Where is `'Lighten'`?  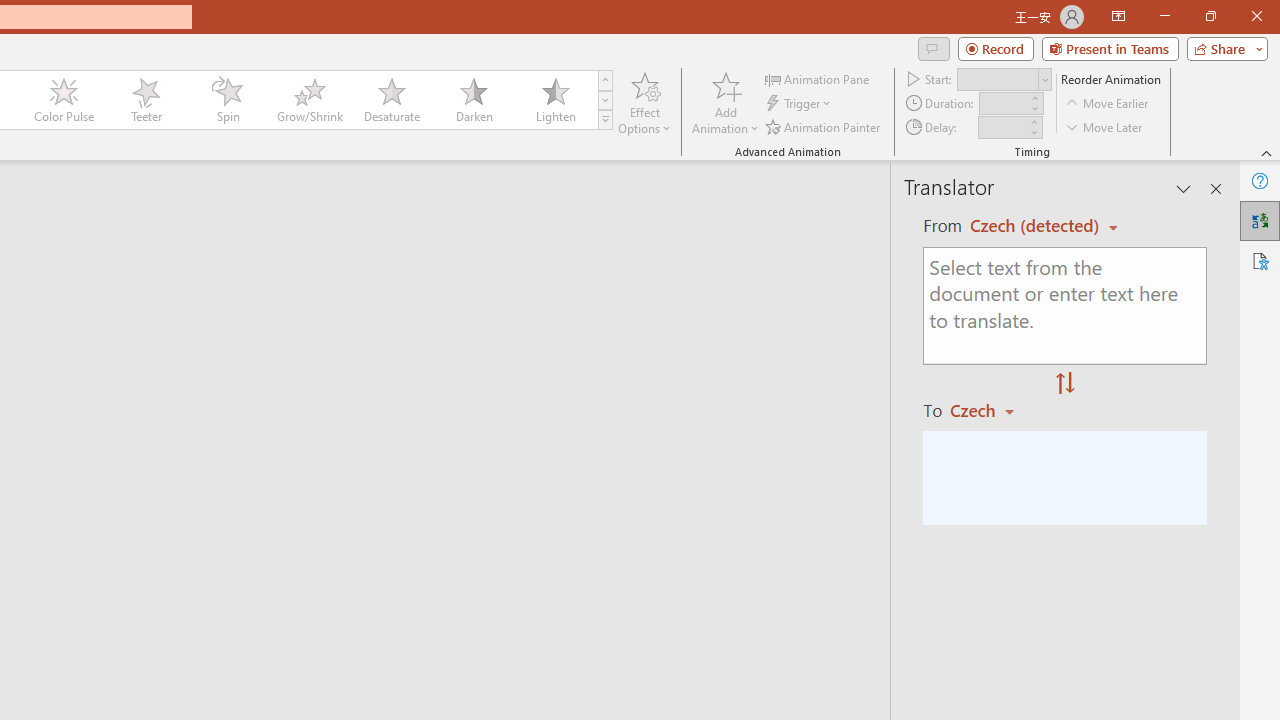
'Lighten' is located at coordinates (555, 100).